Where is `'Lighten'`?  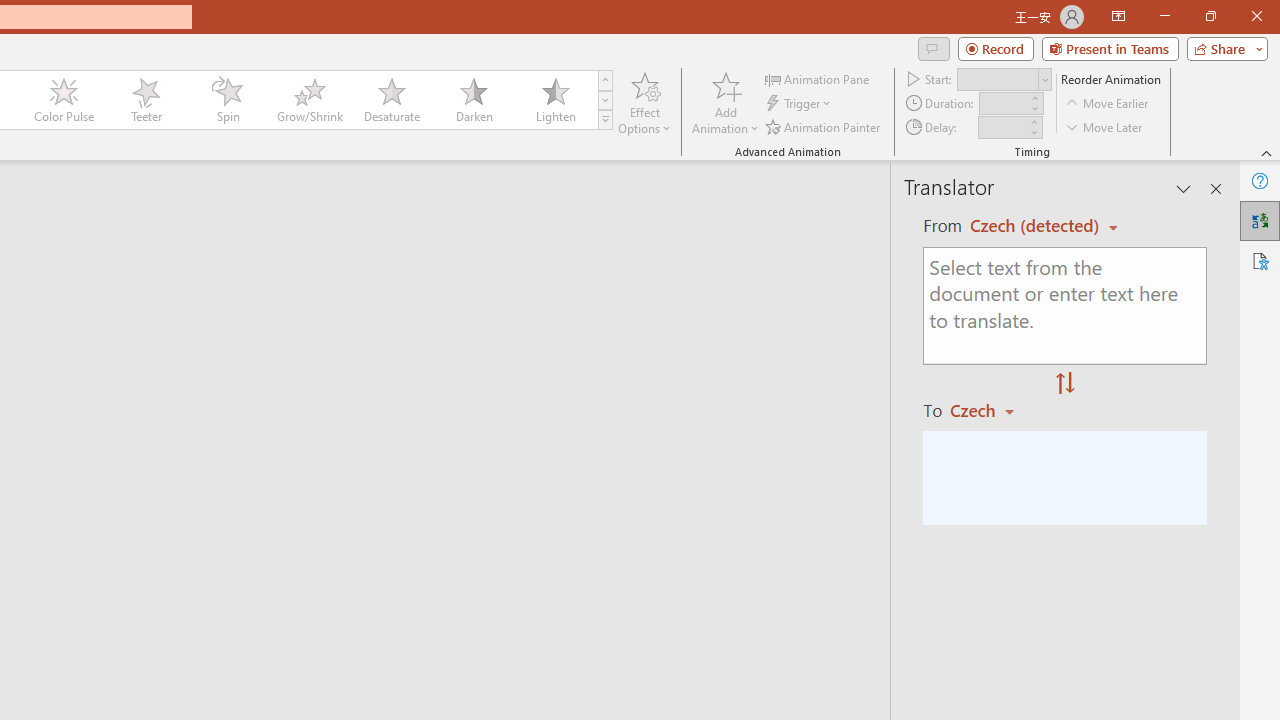
'Lighten' is located at coordinates (555, 100).